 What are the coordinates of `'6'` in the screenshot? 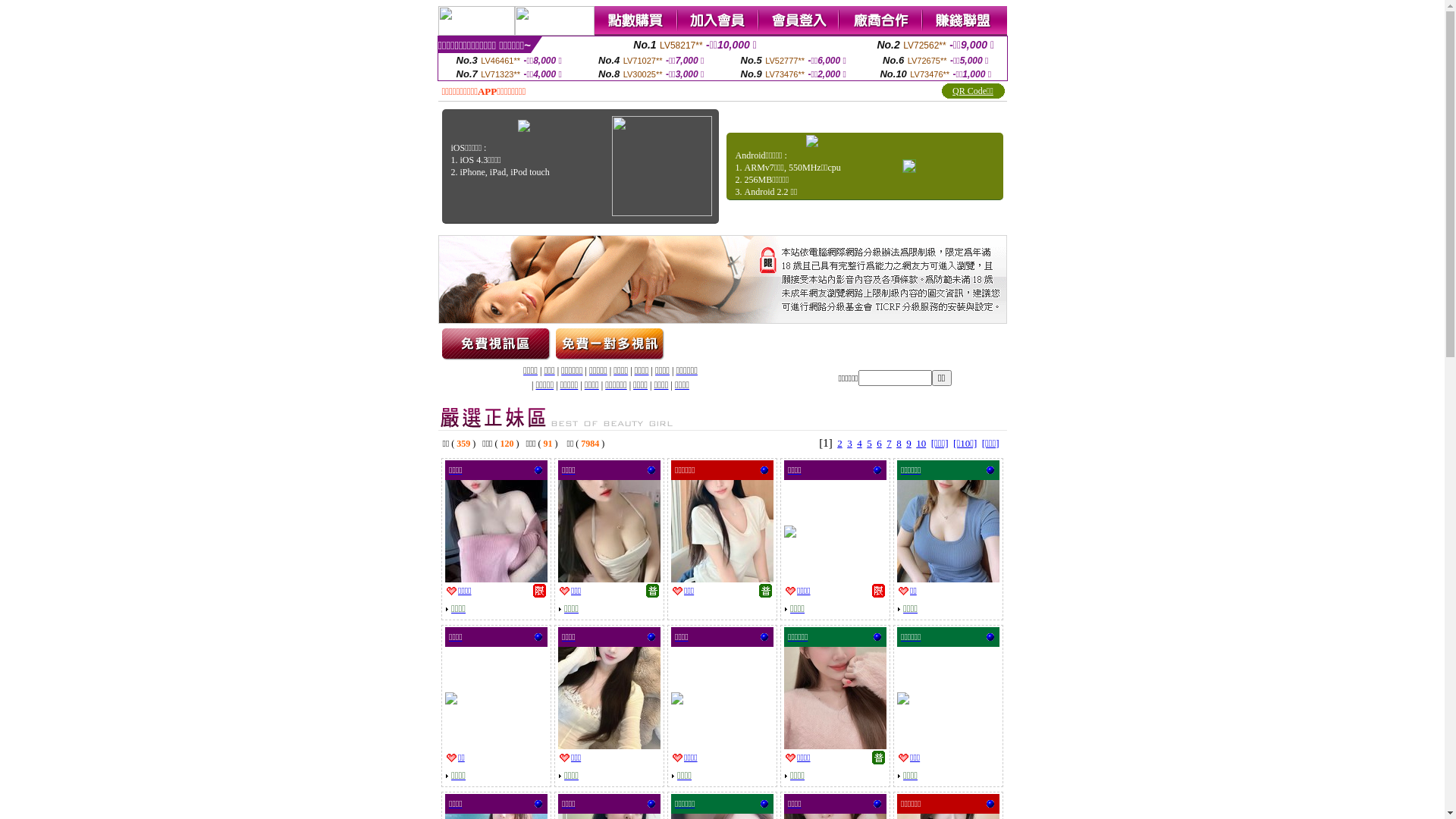 It's located at (879, 443).